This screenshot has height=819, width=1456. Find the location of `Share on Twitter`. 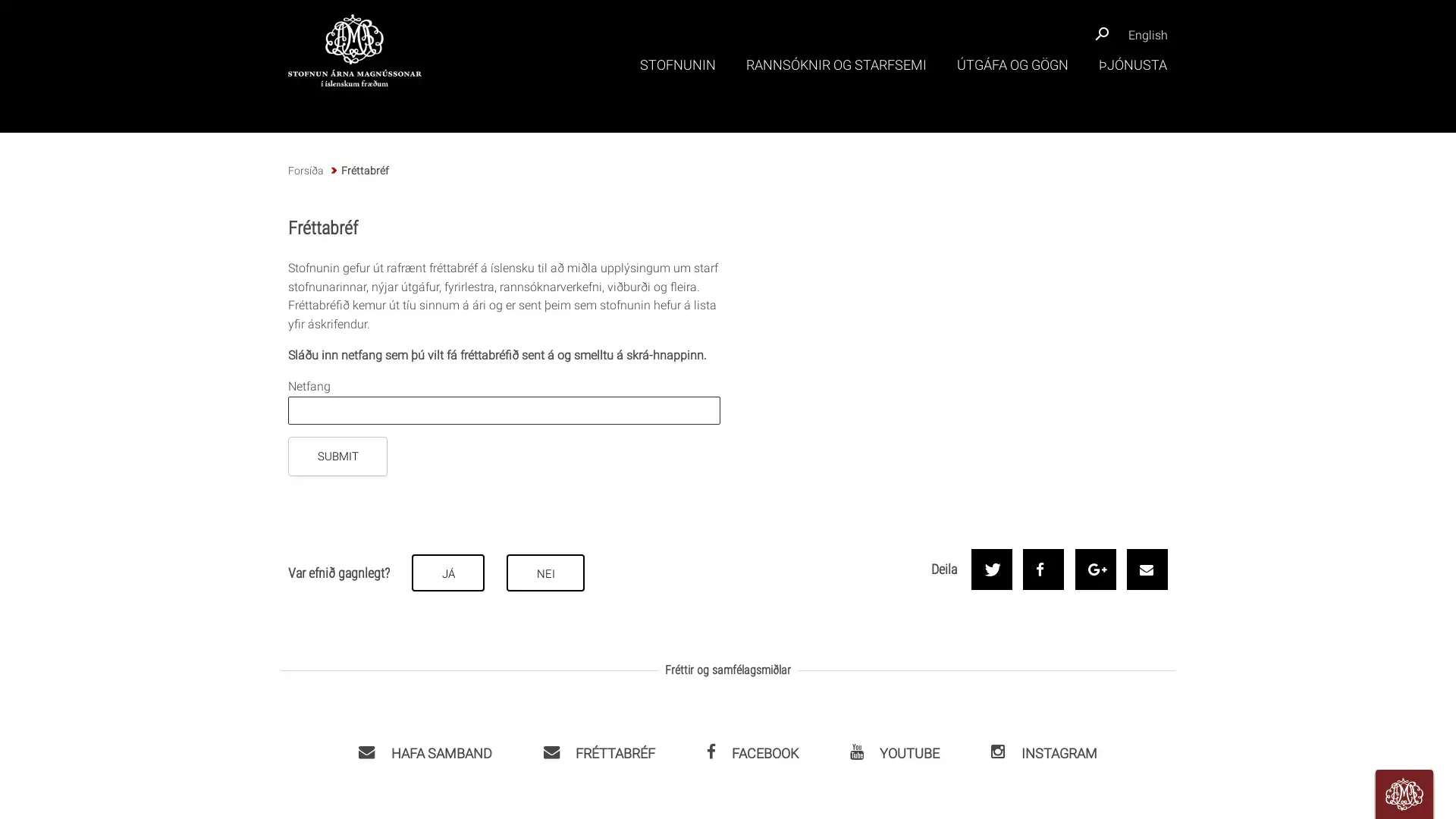

Share on Twitter is located at coordinates (990, 568).